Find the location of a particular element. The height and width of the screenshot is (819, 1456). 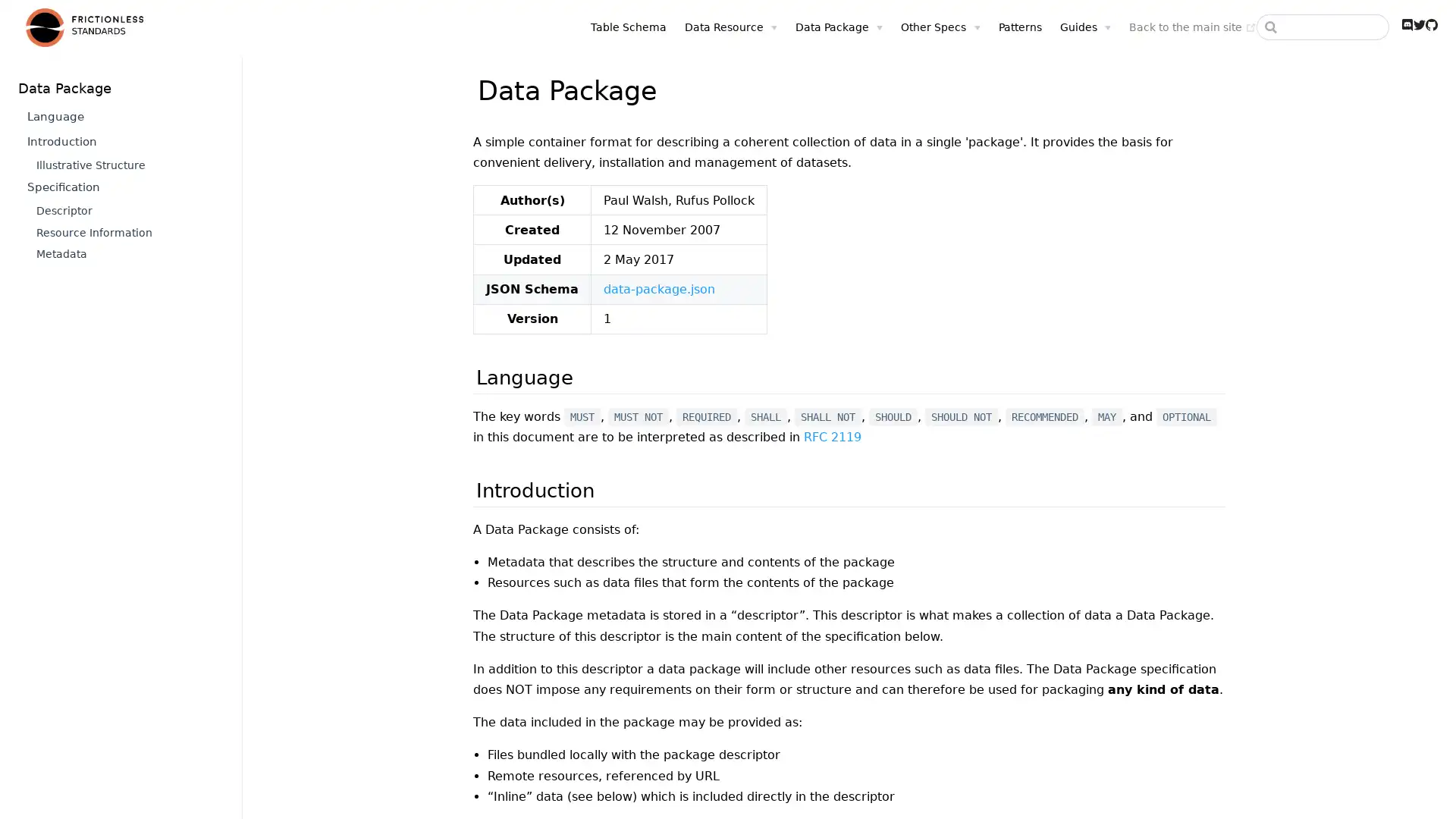

Data Package is located at coordinates (817, 27).